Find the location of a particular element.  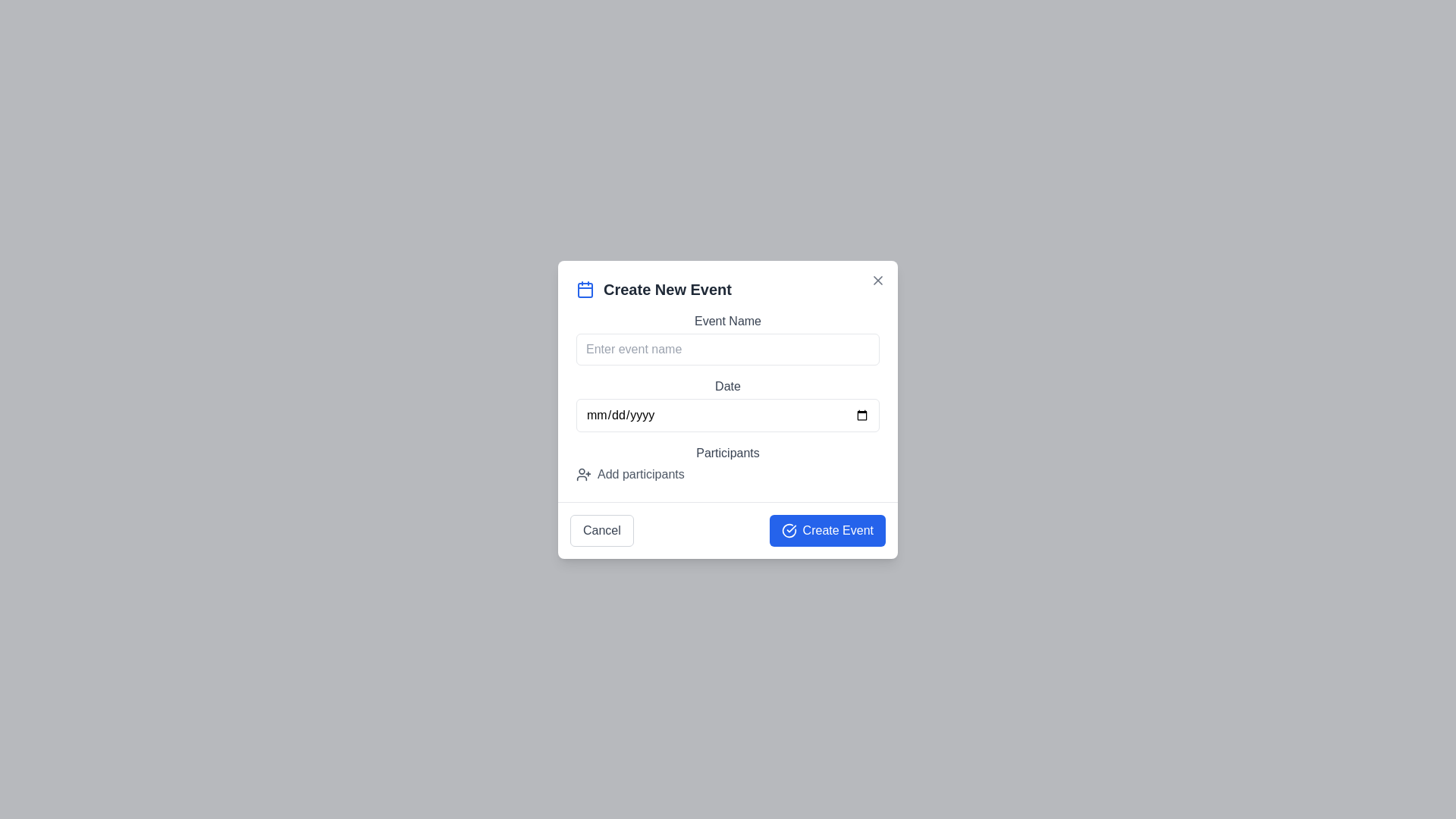

a date from the 'Date' picker in the centered modal dialog for creating an event, which has a white background and rounded edges is located at coordinates (728, 409).